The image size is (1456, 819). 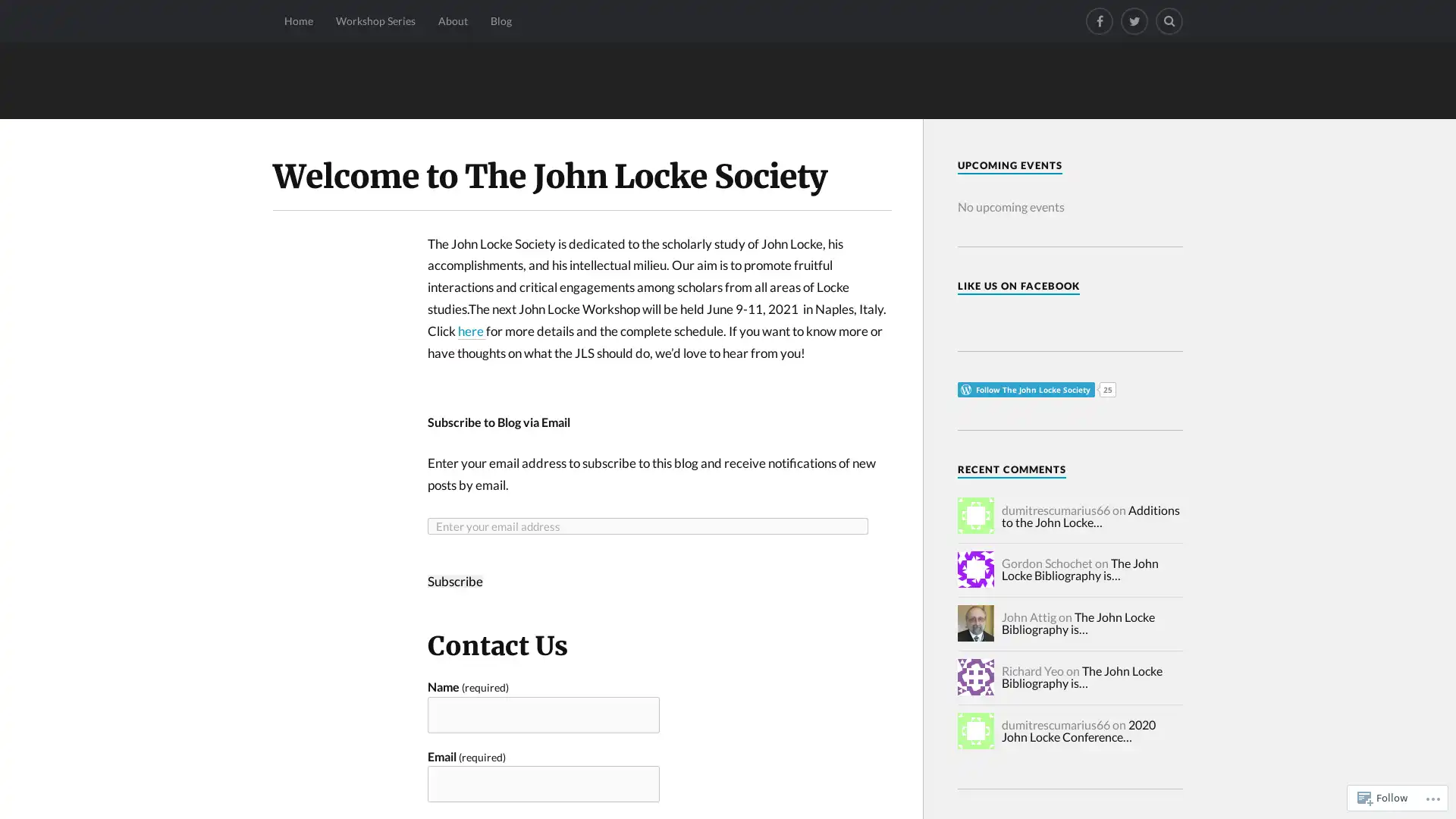 What do you see at coordinates (454, 580) in the screenshot?
I see `Subscribe` at bounding box center [454, 580].